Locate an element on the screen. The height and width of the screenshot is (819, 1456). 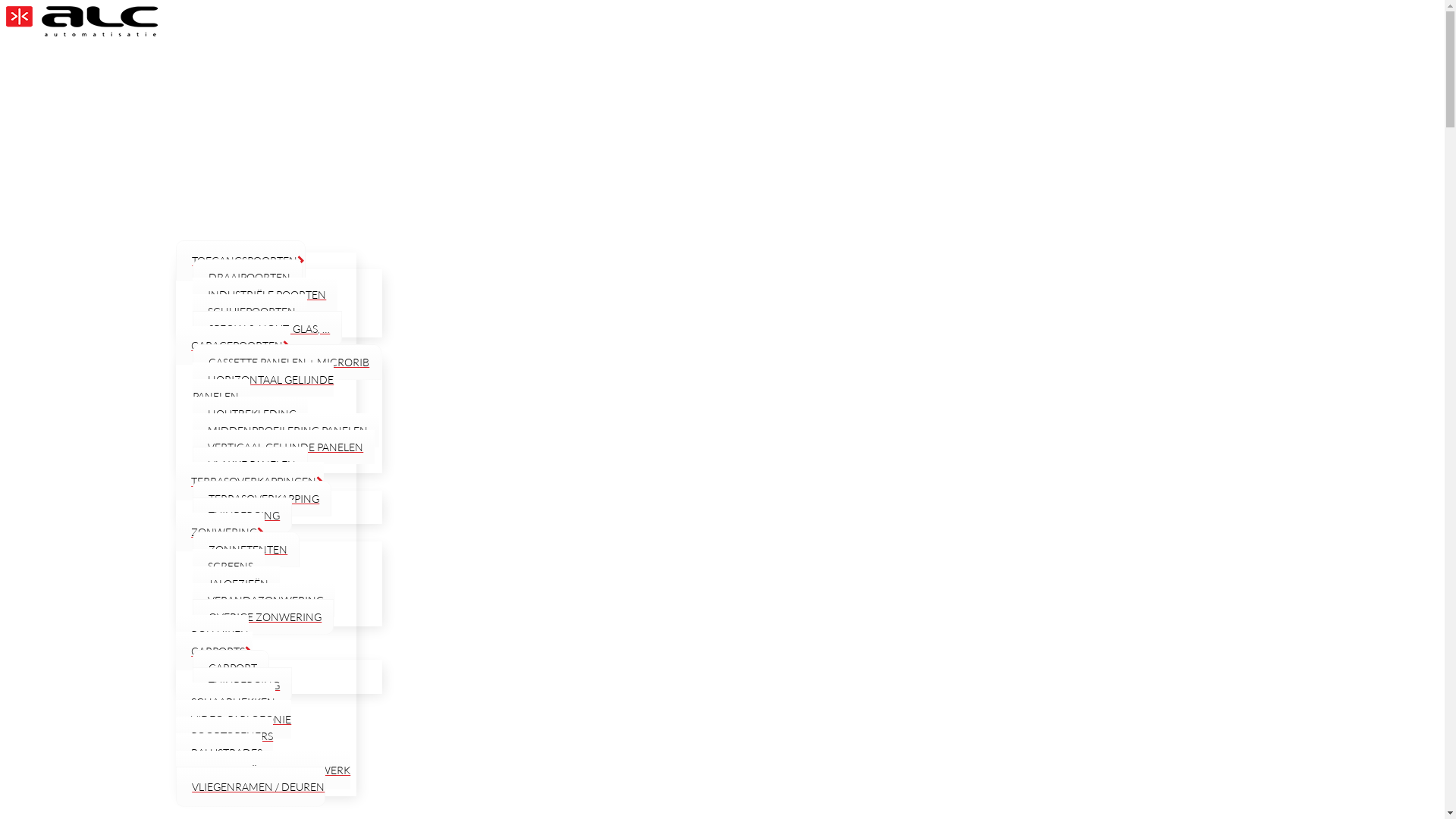
'CARPORTS' is located at coordinates (213, 650).